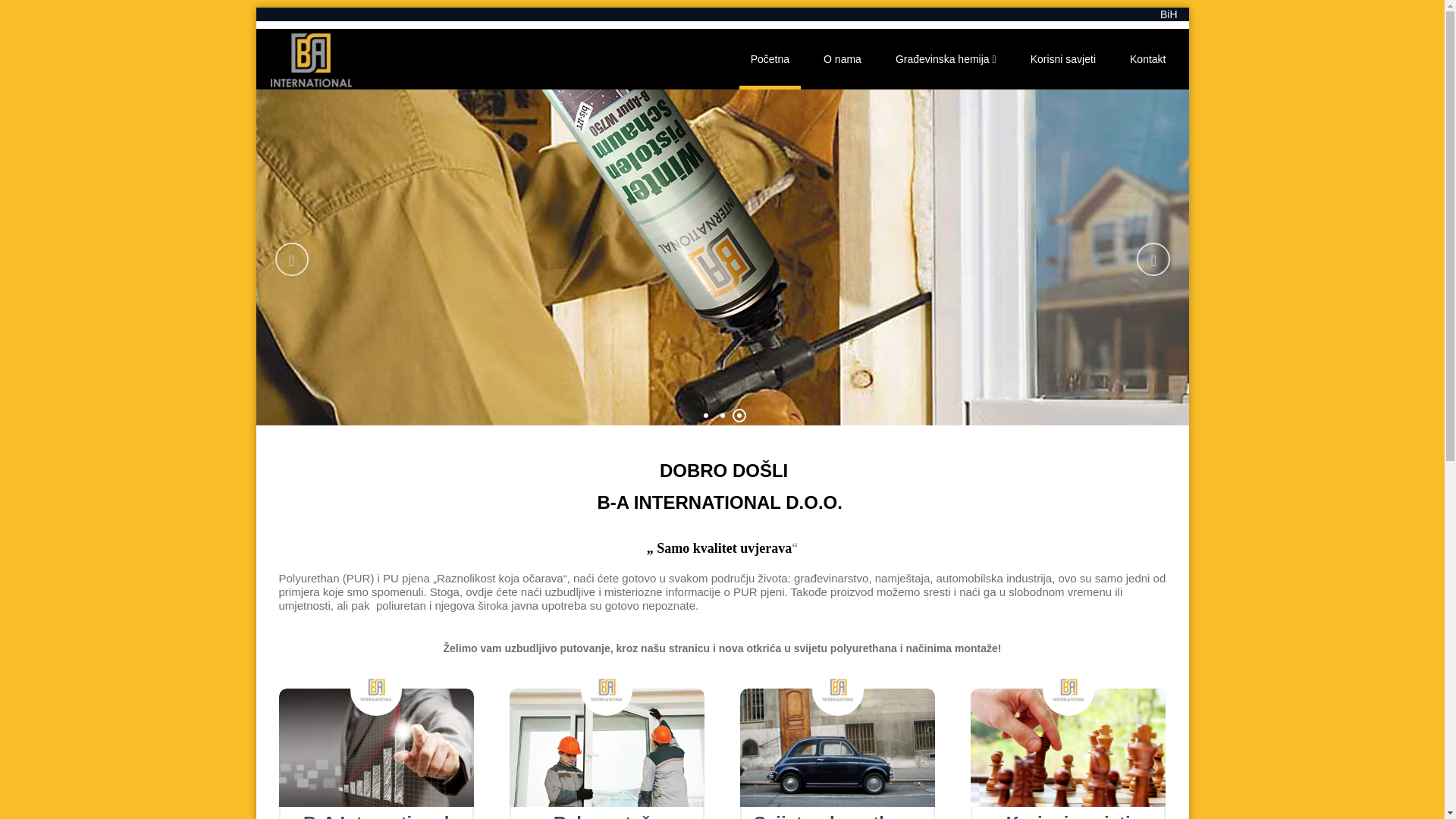 This screenshot has width=1456, height=819. I want to click on '1', so click(705, 415).